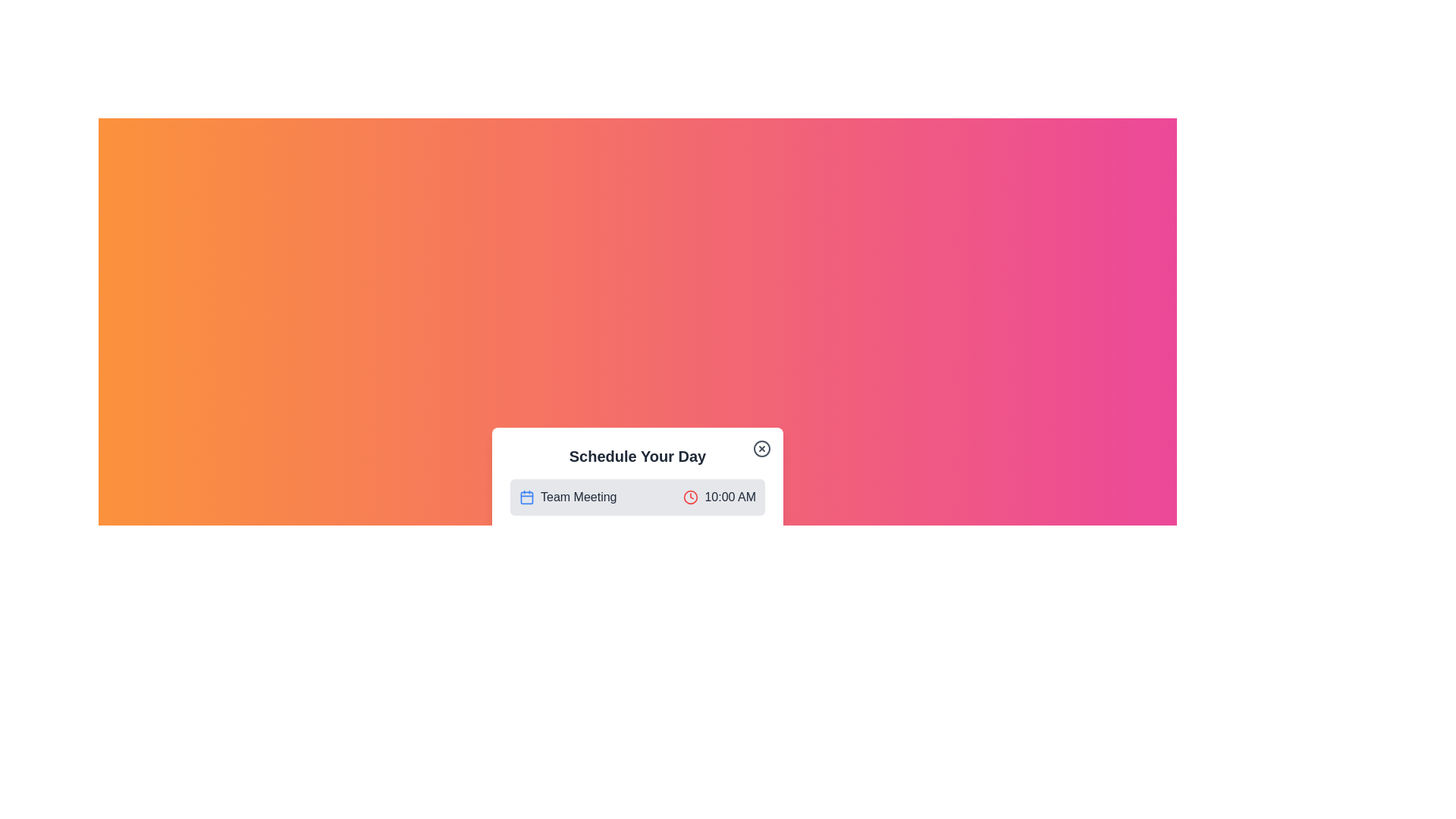 Image resolution: width=1456 pixels, height=819 pixels. I want to click on the clock icon representing time located on the right side of the horizontal row in the 'Schedule Your Day' pop-up component, so click(690, 497).